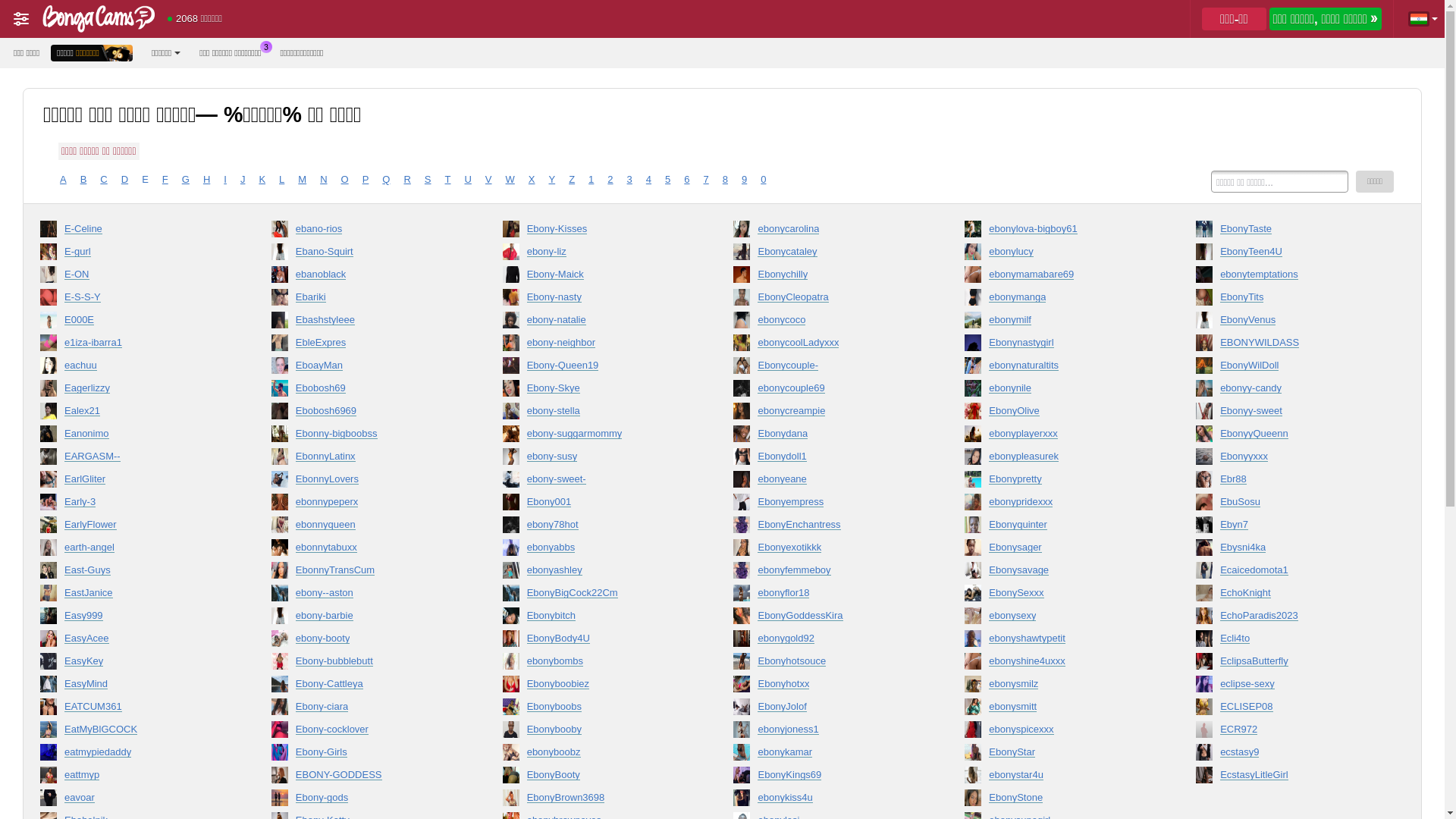 Image resolution: width=1456 pixels, height=819 pixels. I want to click on 'e1iza-ibarra1', so click(39, 345).